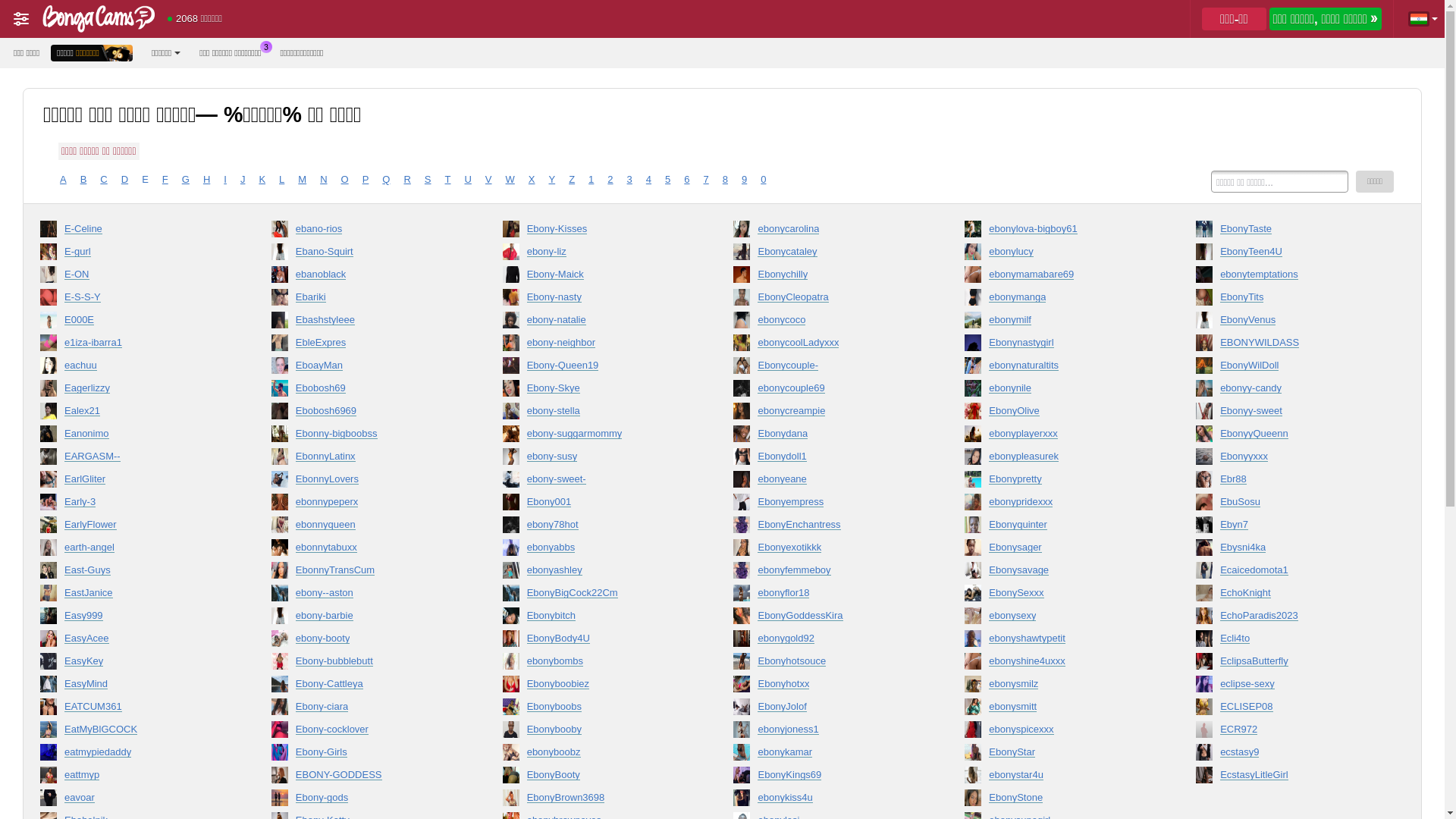 Image resolution: width=1456 pixels, height=819 pixels. I want to click on 'e1iza-ibarra1', so click(39, 345).